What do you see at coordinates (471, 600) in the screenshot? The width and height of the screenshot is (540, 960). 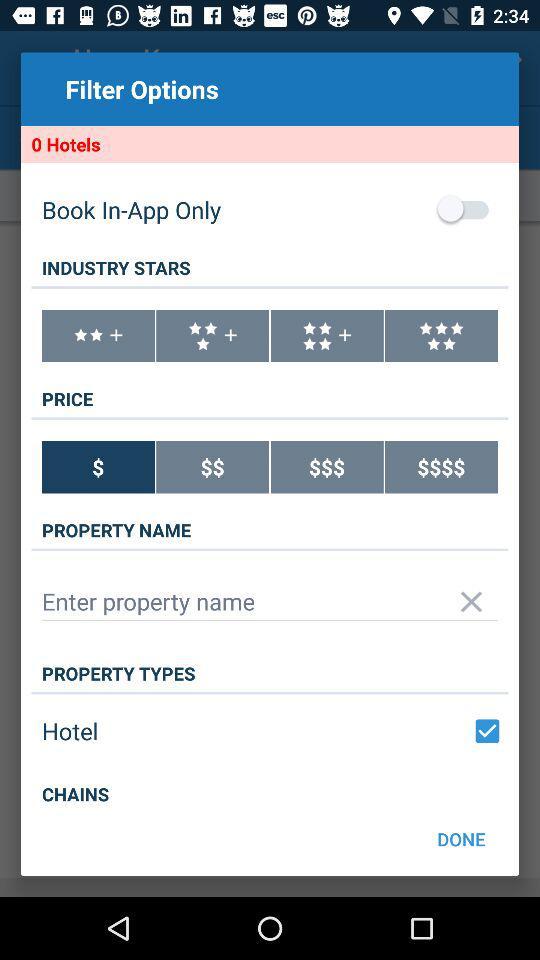 I see `remove property name` at bounding box center [471, 600].